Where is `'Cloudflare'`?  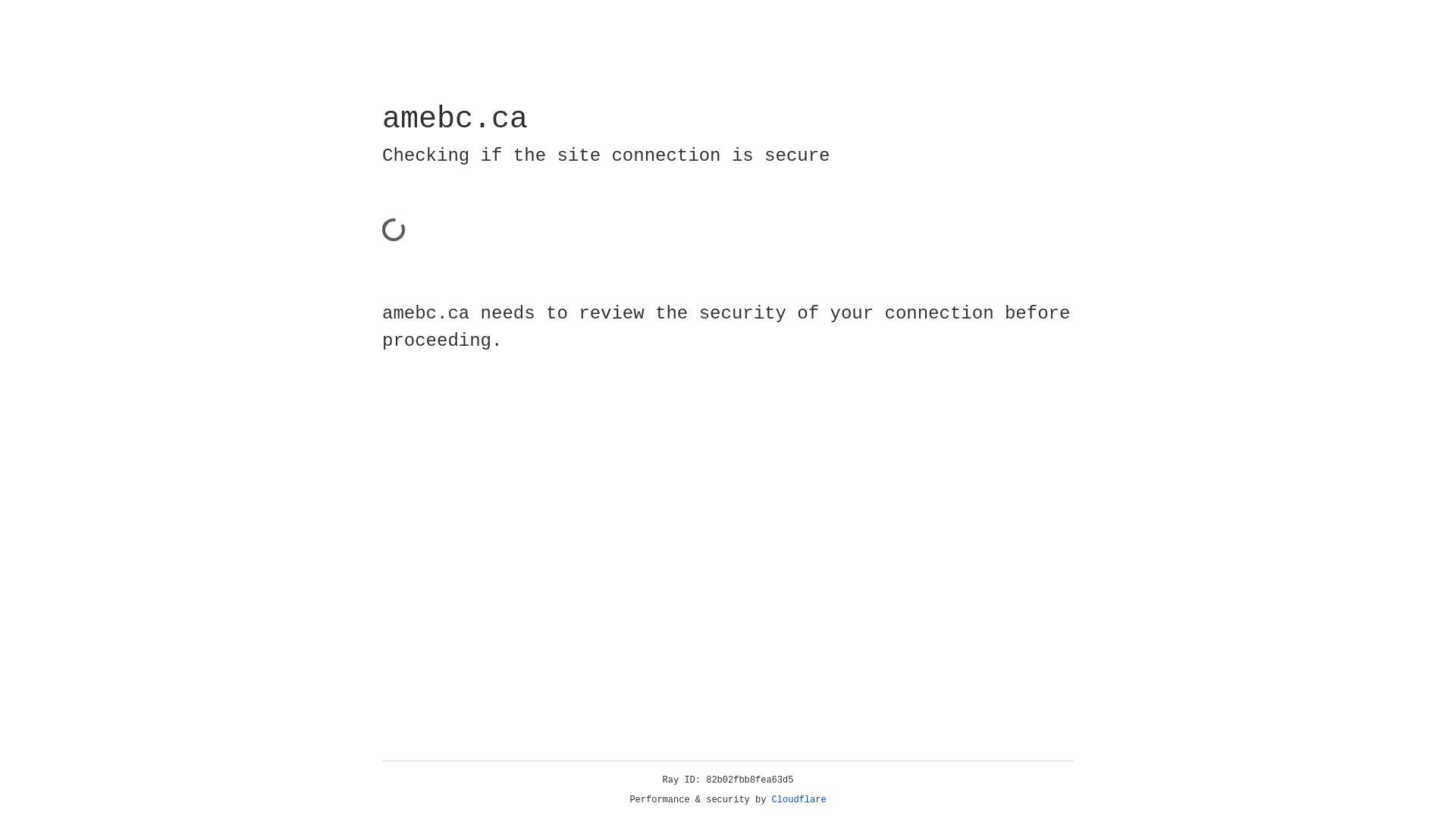
'Cloudflare' is located at coordinates (799, 799).